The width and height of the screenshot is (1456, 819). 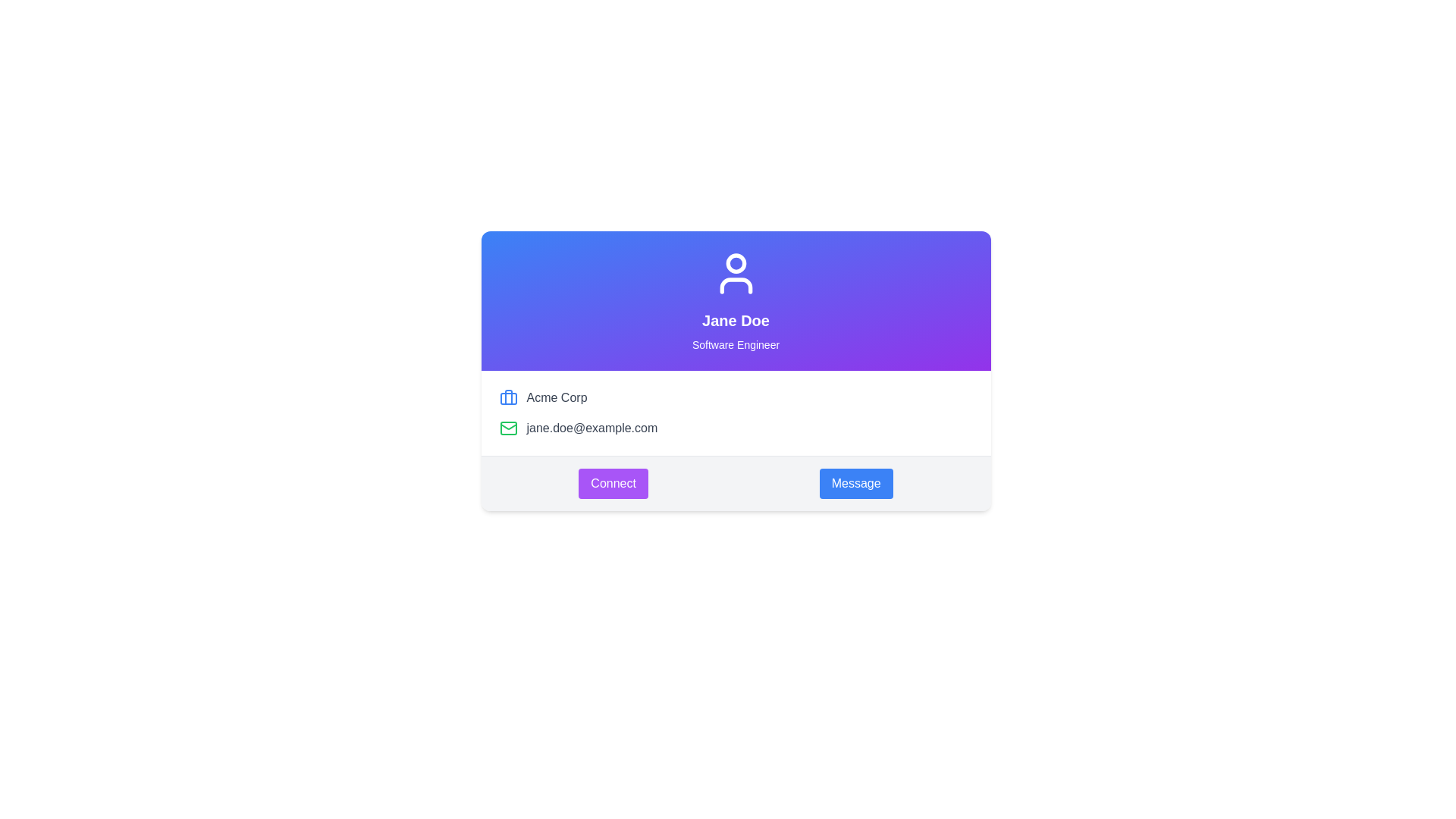 I want to click on the email icon located to the left of the email text 'jane.doe@example.com' at the bottom of the user profile card, above the 'Connect' and 'Message' buttons, so click(x=508, y=428).